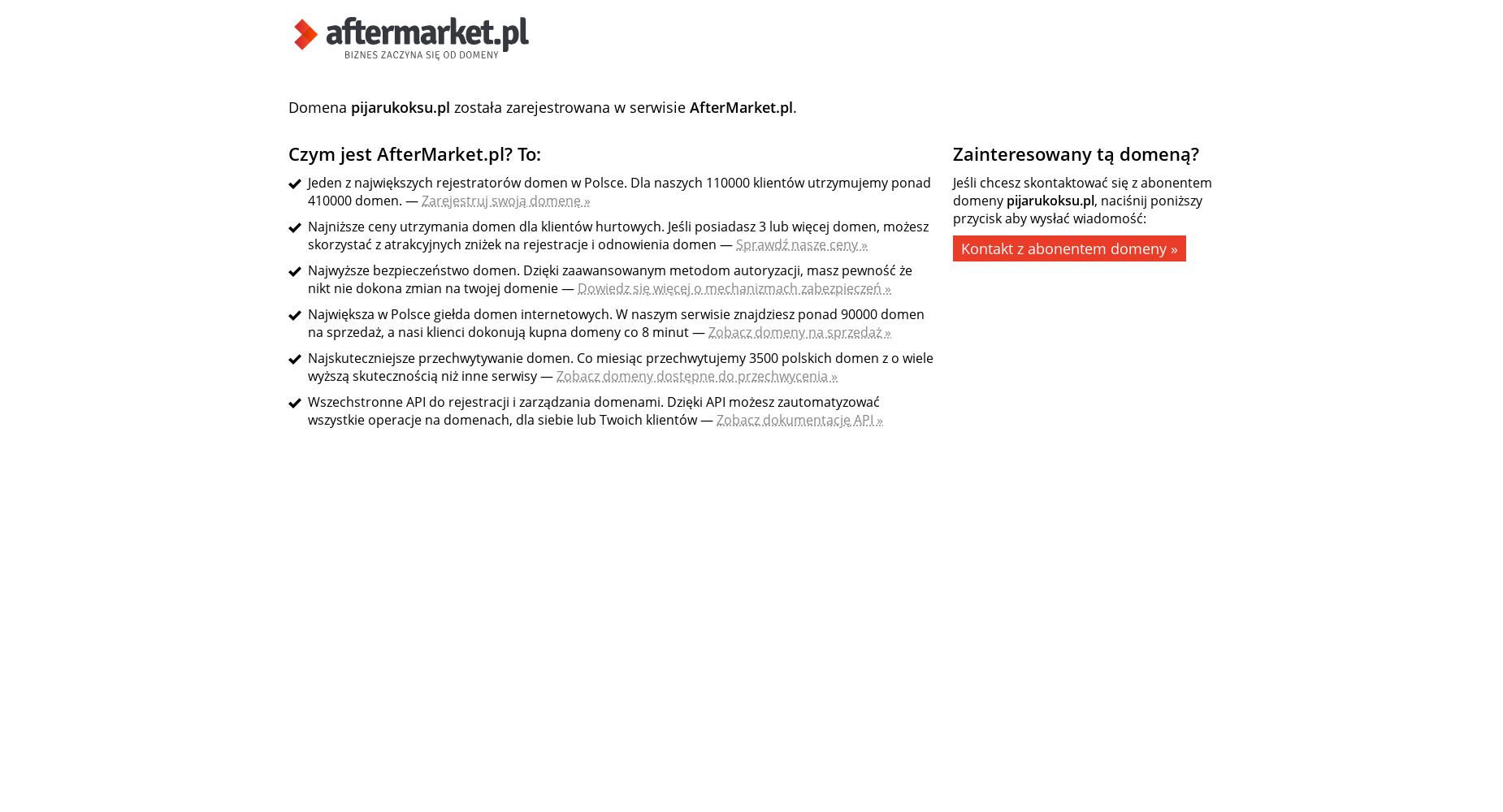 The height and width of the screenshot is (812, 1503). What do you see at coordinates (616, 323) in the screenshot?
I see `'Największa w Polsce giełda domen internetowych. 
W naszym serwisie znajdziesz ponad 90000 domen na sprzedaż,
a nasi klienci dokonują kupna domeny co 8 minut
—'` at bounding box center [616, 323].